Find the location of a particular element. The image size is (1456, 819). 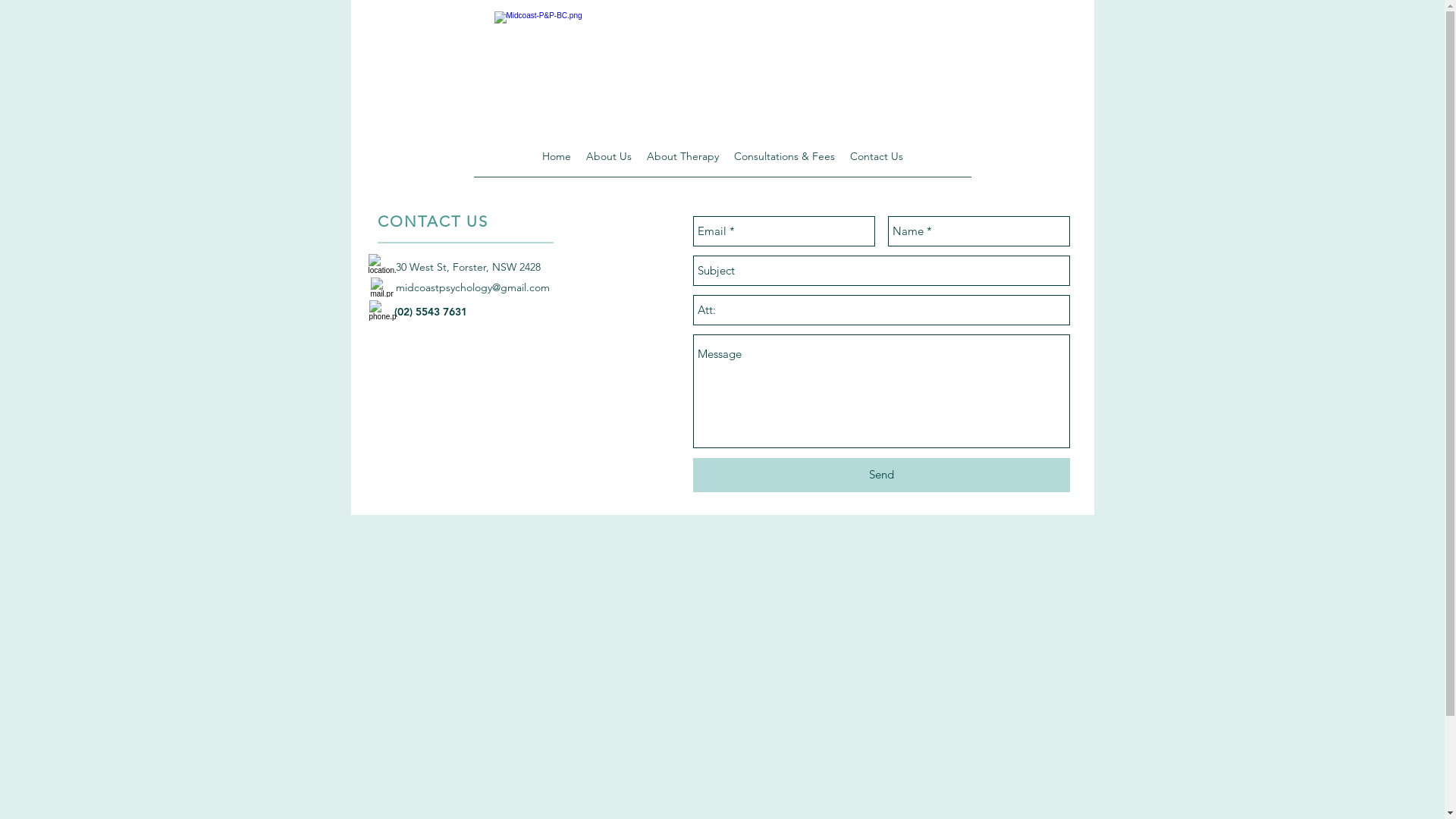

' (02) 5543 7631' is located at coordinates (428, 311).